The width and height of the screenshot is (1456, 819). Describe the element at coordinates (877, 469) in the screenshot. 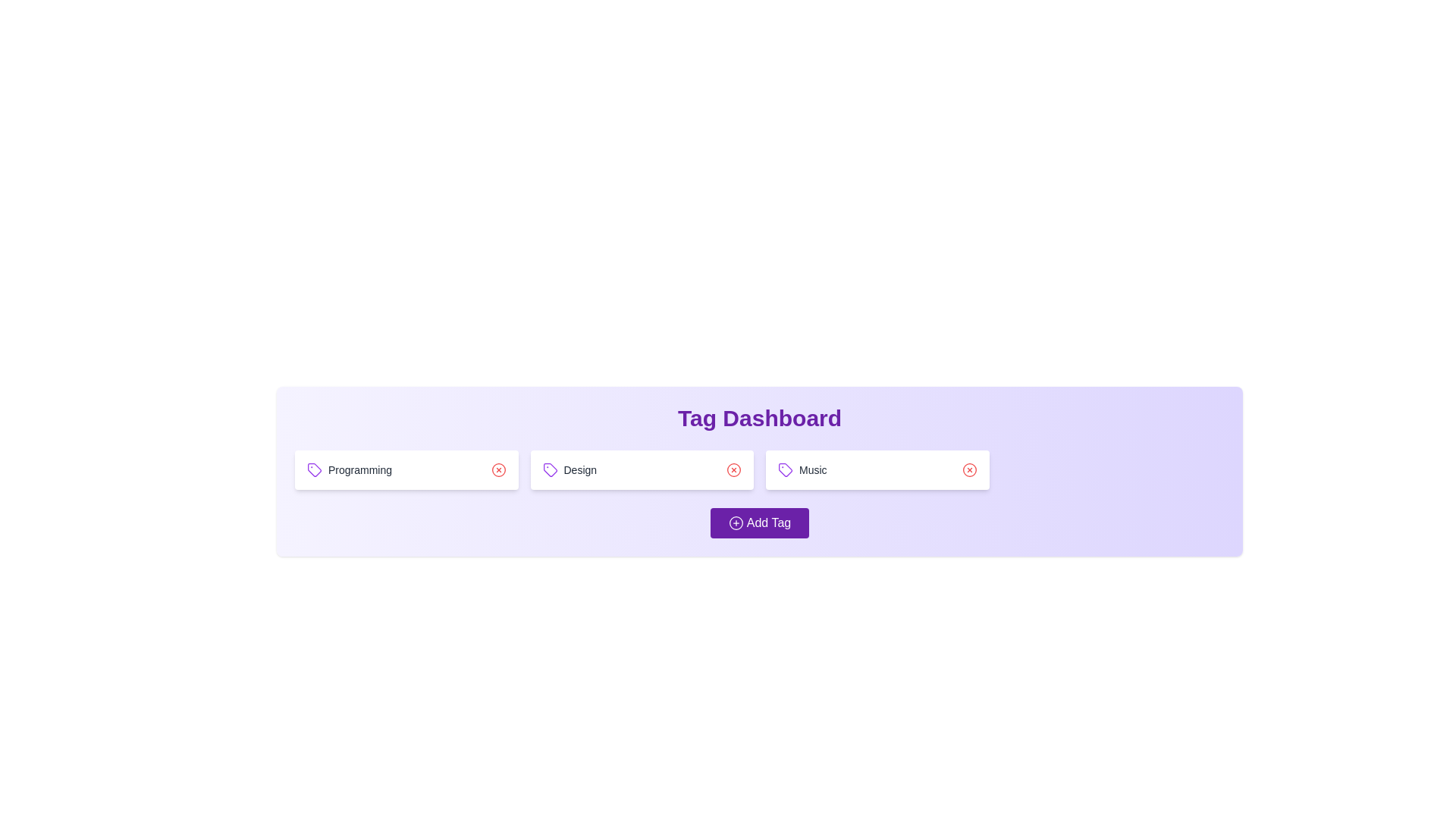

I see `the 'Music' card element, which is the third card in a grid layout, featuring a purple tag icon on the left and a red circular remove icon on the right` at that location.